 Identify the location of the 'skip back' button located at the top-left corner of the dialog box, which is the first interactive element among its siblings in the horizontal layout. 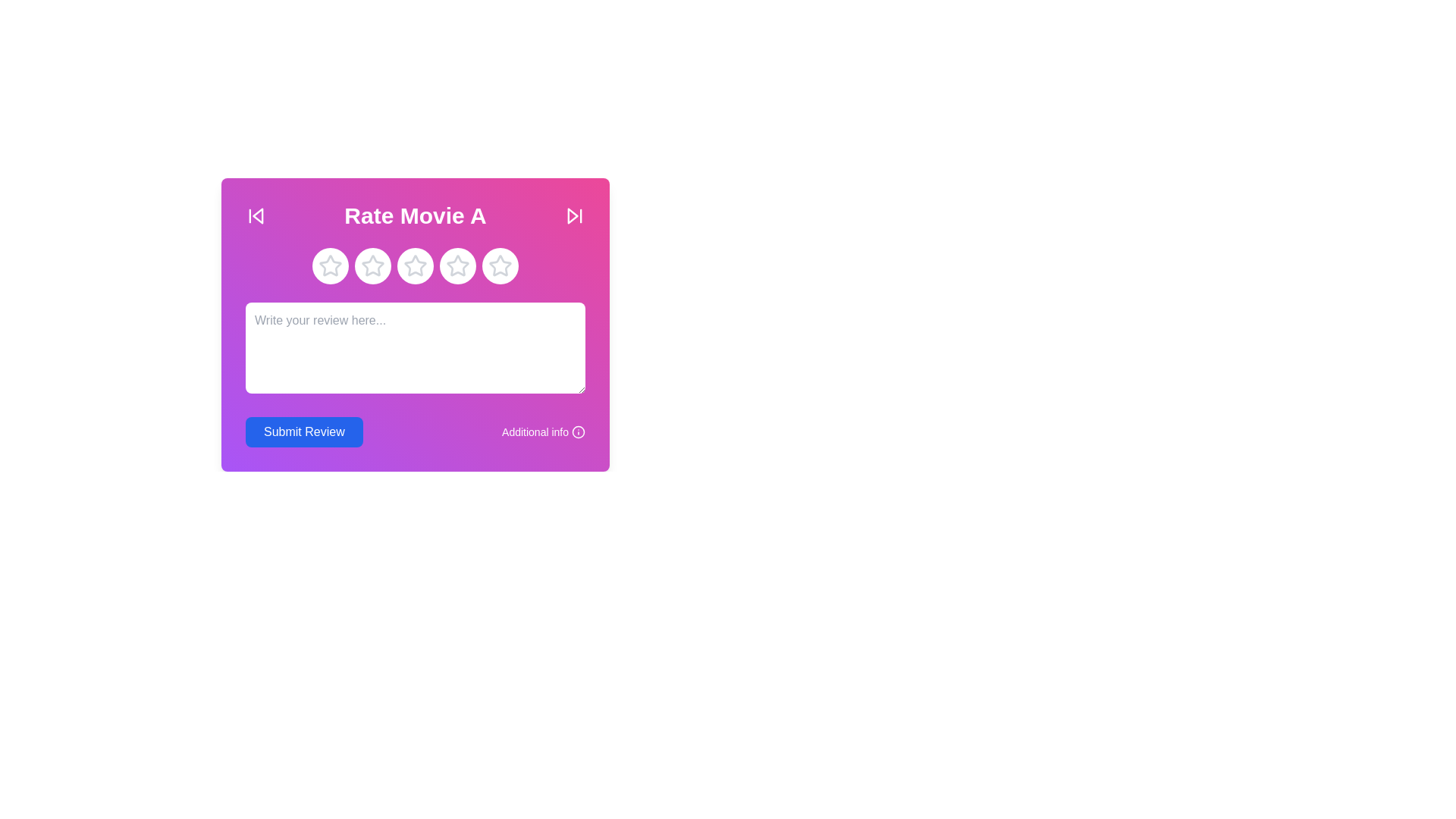
(256, 216).